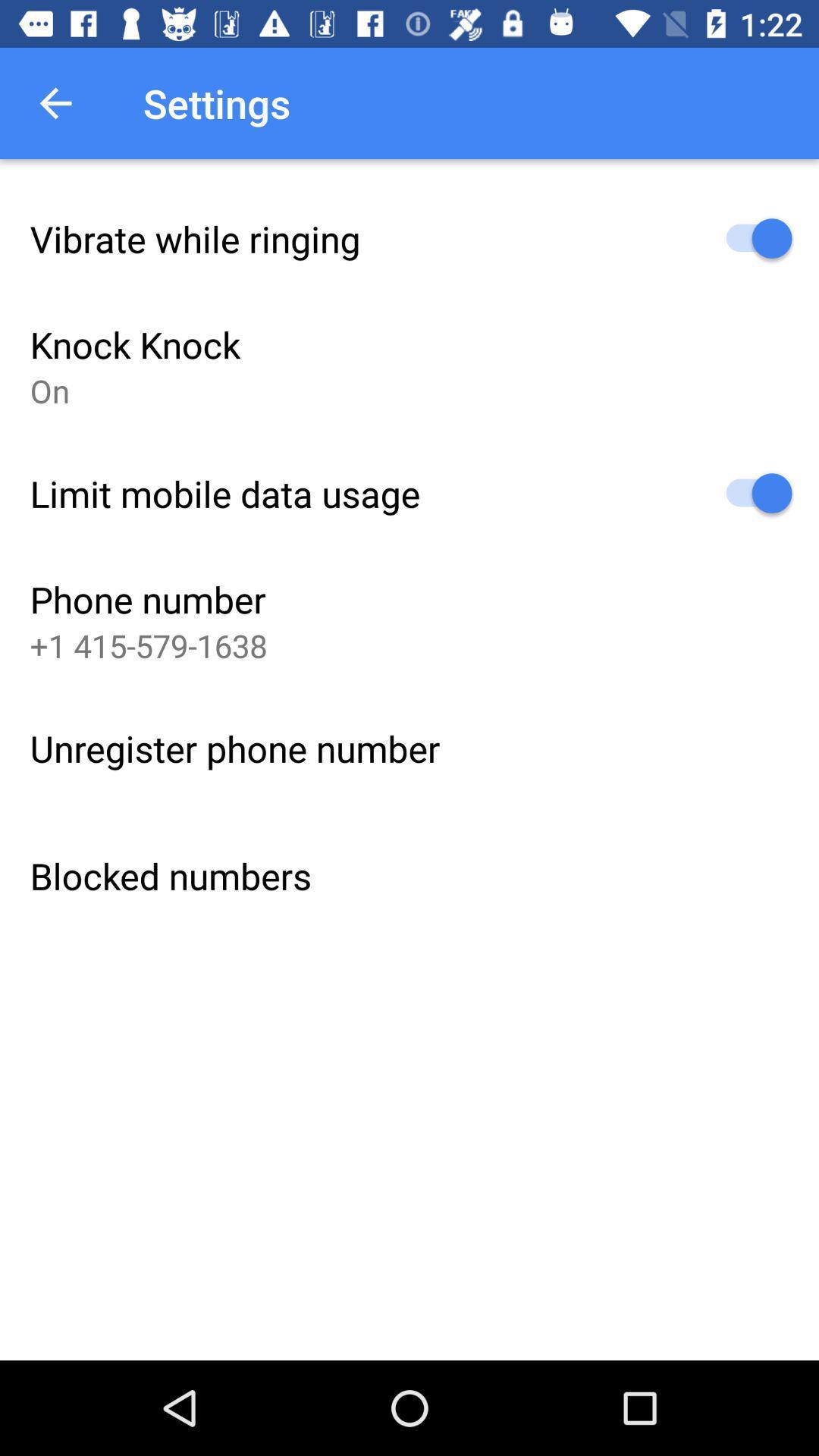  Describe the element at coordinates (194, 238) in the screenshot. I see `the vibrate while ringing icon` at that location.